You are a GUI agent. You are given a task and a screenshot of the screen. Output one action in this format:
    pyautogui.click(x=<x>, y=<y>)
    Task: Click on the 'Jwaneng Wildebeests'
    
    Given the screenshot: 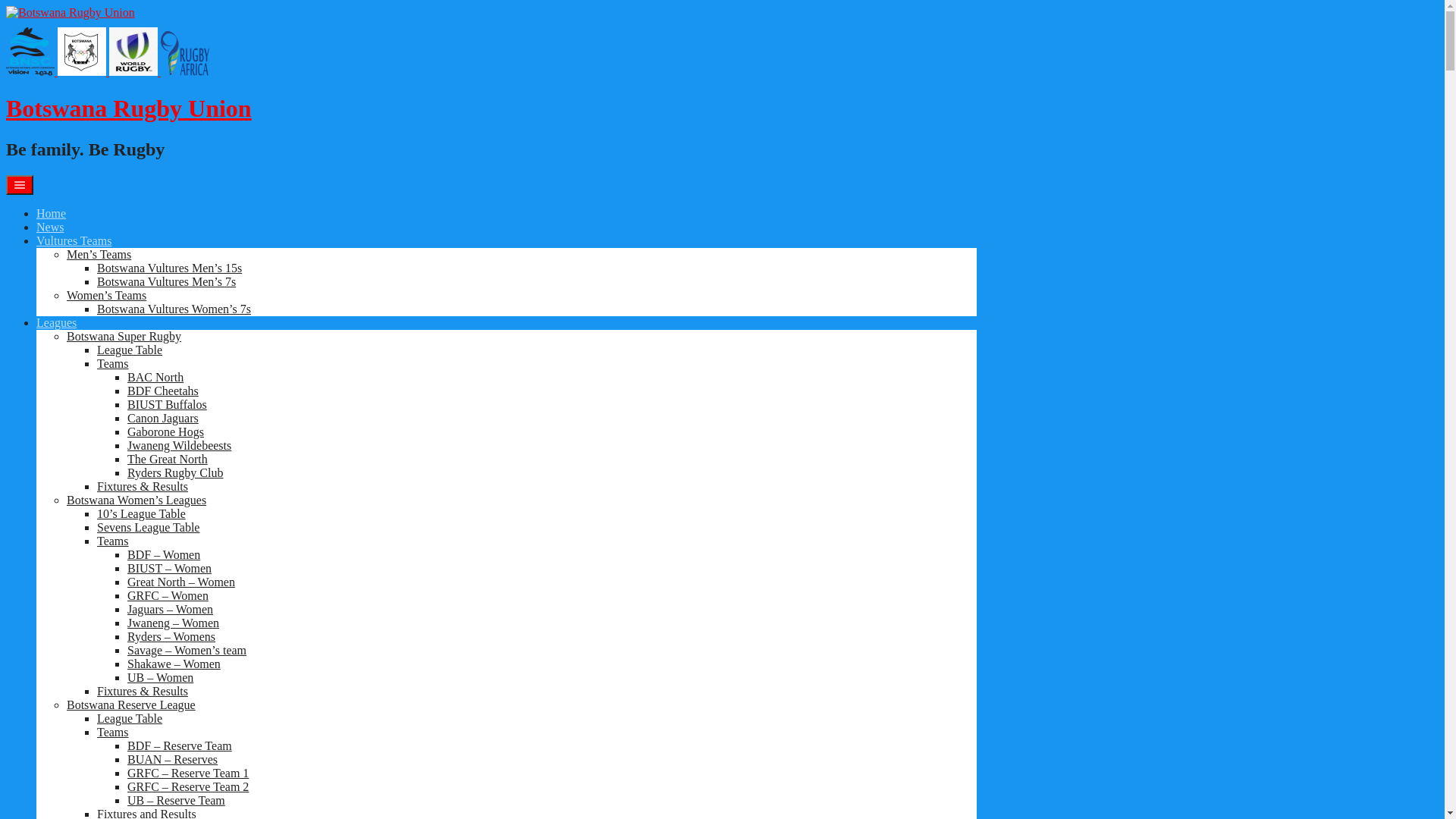 What is the action you would take?
    pyautogui.click(x=179, y=444)
    